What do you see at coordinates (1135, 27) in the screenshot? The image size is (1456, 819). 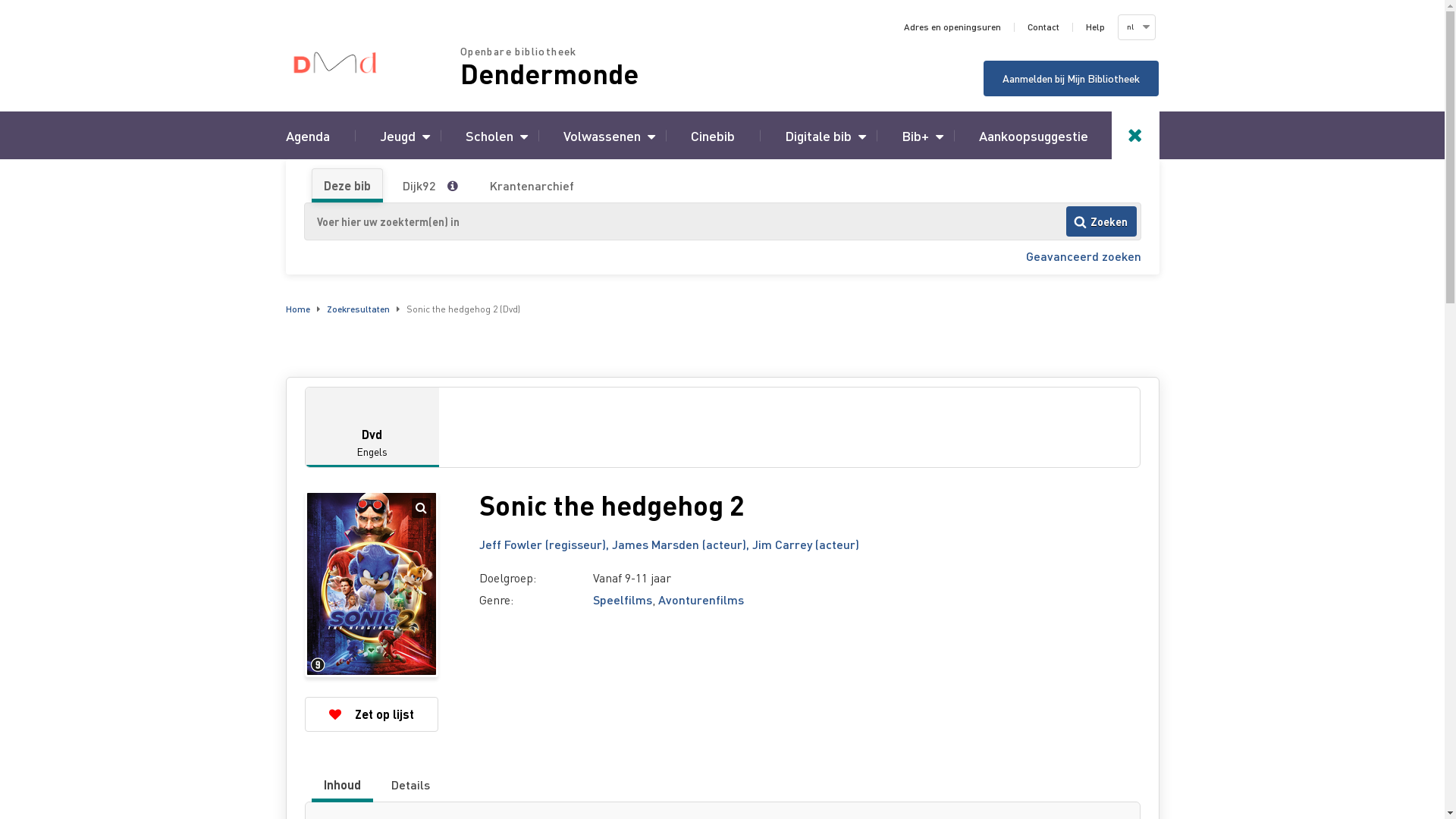 I see `'nl'` at bounding box center [1135, 27].